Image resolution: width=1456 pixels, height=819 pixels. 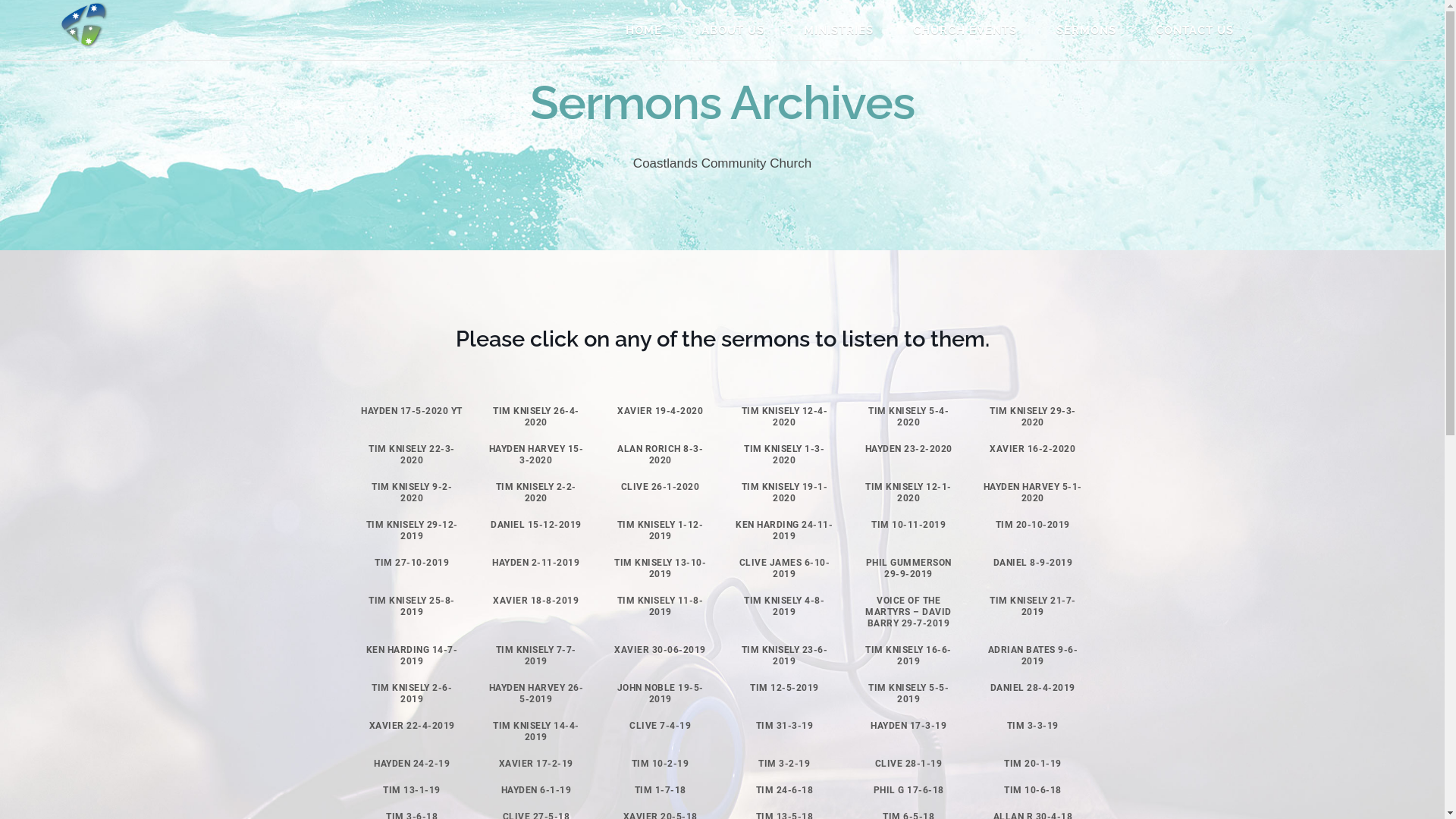 What do you see at coordinates (1032, 416) in the screenshot?
I see `'TIM KNISELY 29-3-2020'` at bounding box center [1032, 416].